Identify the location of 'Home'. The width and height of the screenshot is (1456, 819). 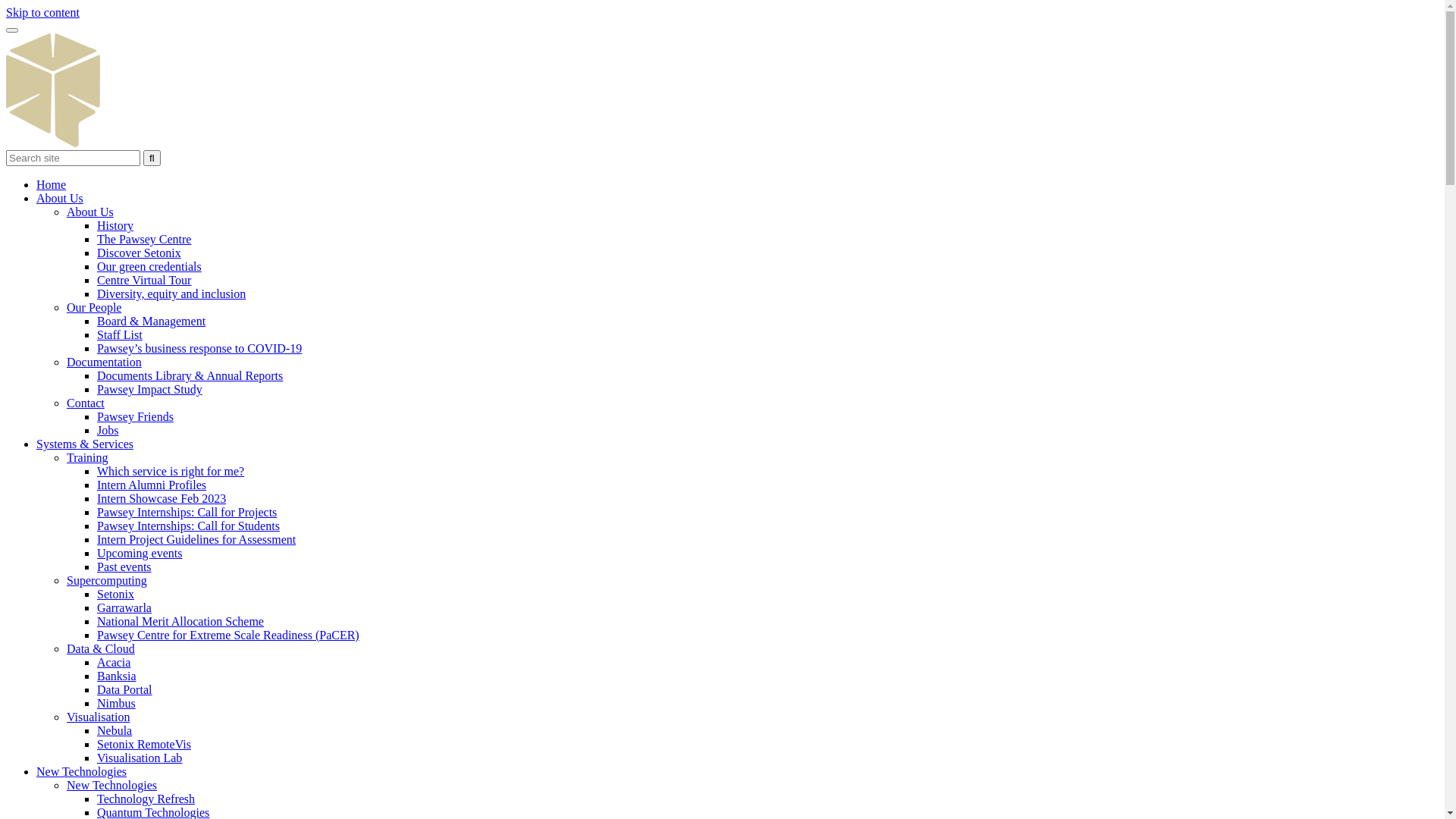
(51, 184).